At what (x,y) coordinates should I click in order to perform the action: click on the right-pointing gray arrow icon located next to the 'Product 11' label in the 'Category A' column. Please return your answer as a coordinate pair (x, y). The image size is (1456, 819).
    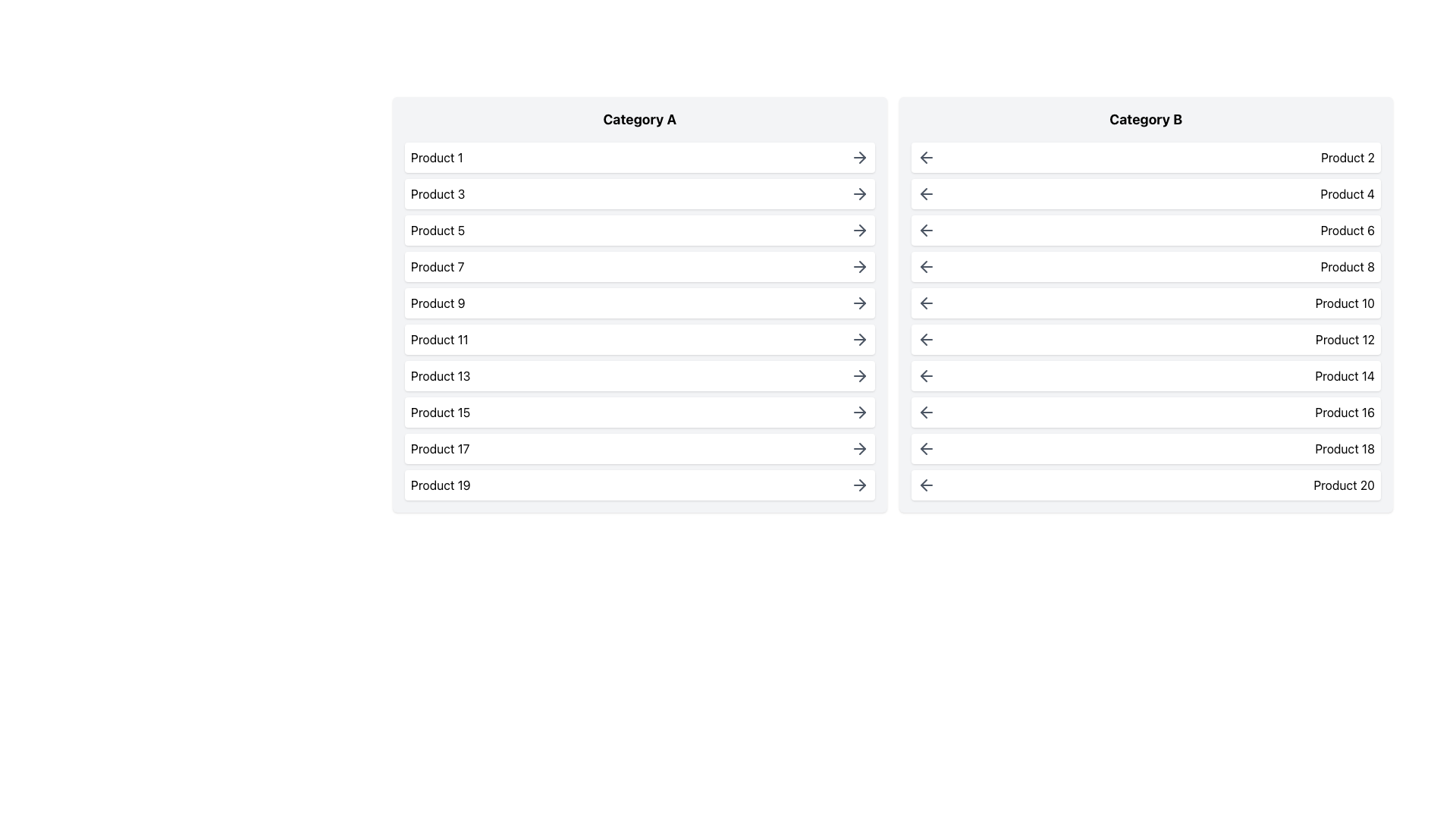
    Looking at the image, I should click on (862, 338).